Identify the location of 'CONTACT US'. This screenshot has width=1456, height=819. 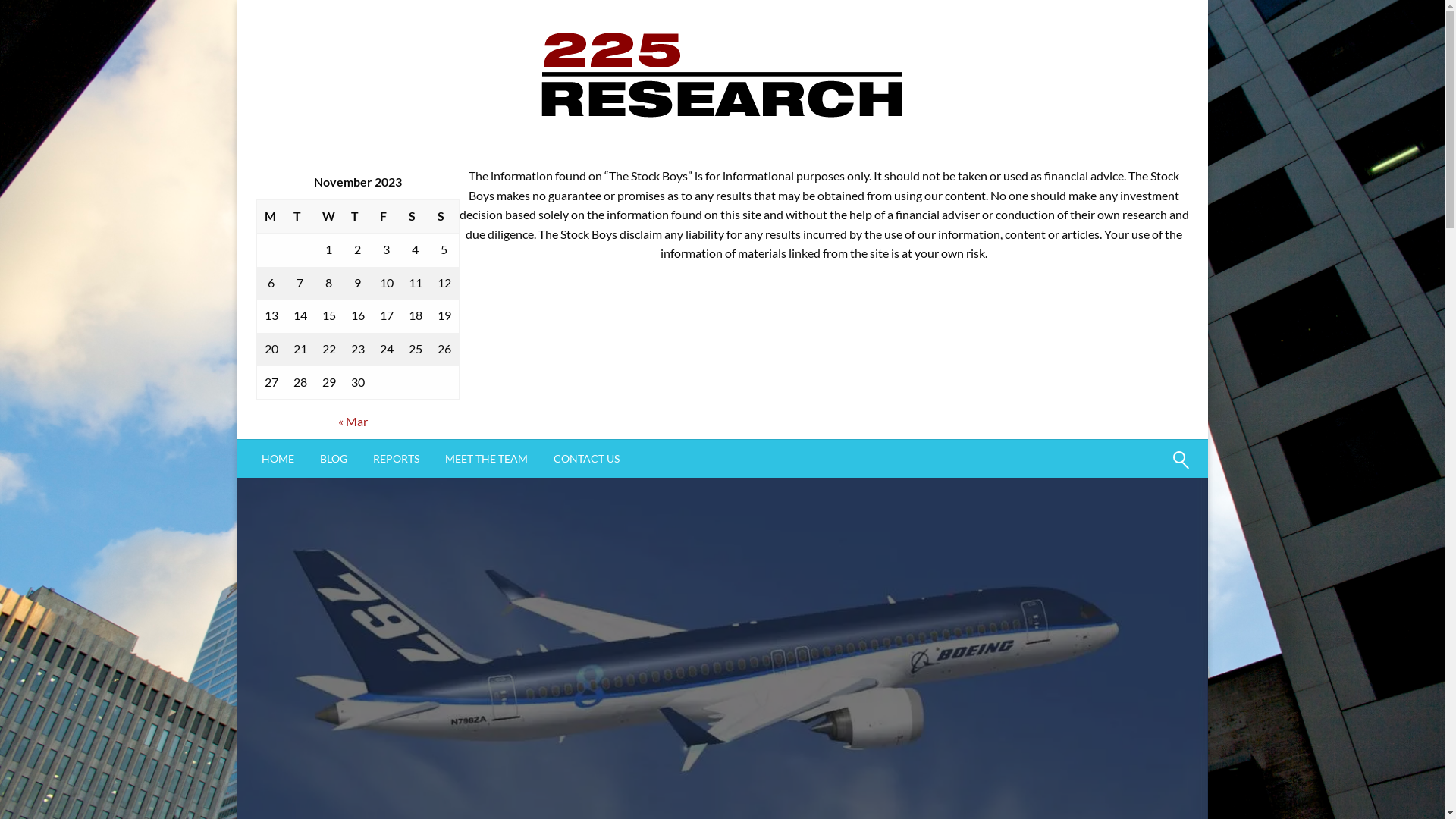
(585, 458).